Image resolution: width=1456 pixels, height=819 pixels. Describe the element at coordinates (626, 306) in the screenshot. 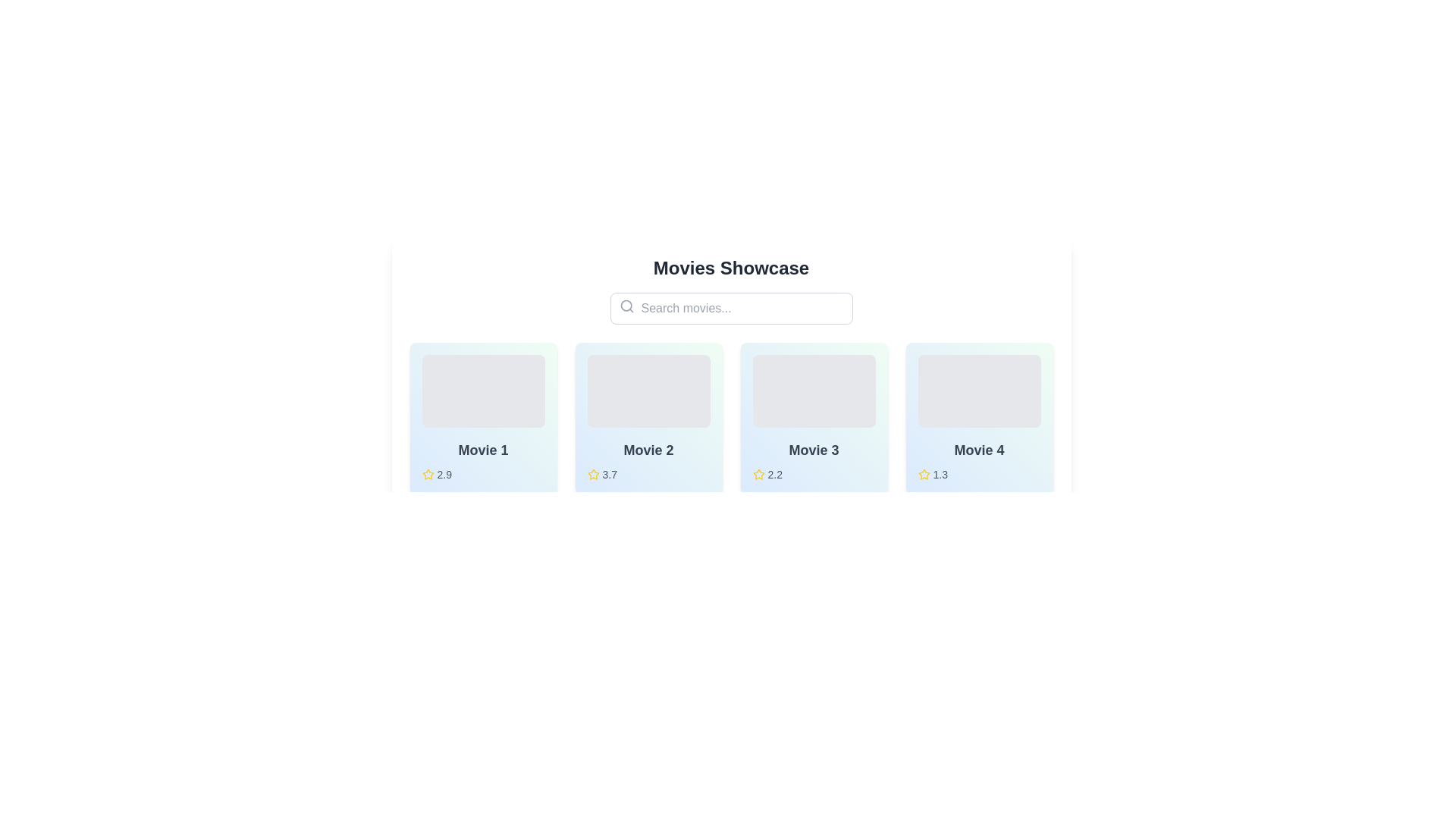

I see `the circular shape styled as part of the SVG graphic resembling a magnifying lens handle, located within the search bar area on the left side of the search input field` at that location.